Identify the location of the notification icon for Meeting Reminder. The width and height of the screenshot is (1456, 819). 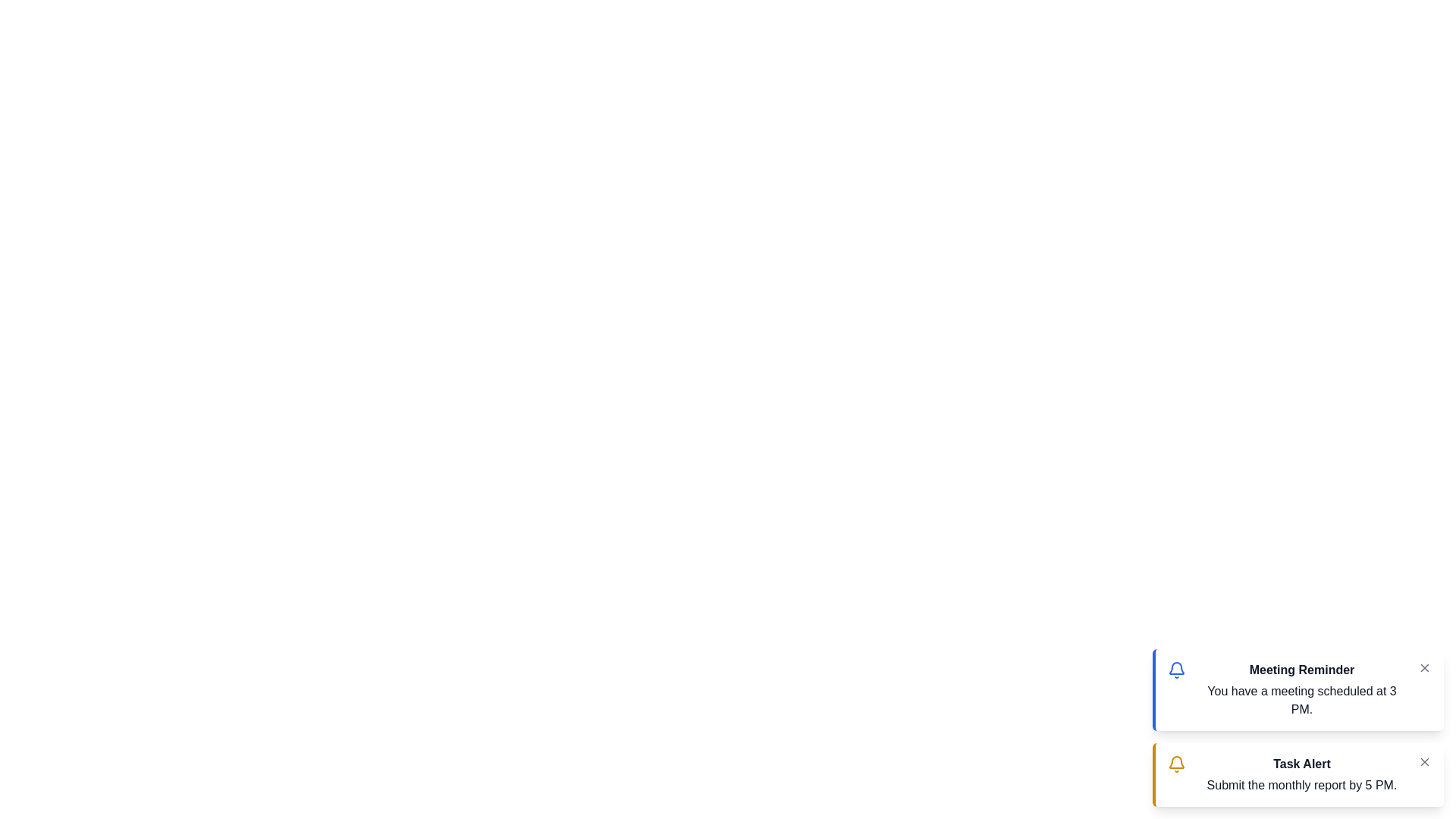
(1175, 669).